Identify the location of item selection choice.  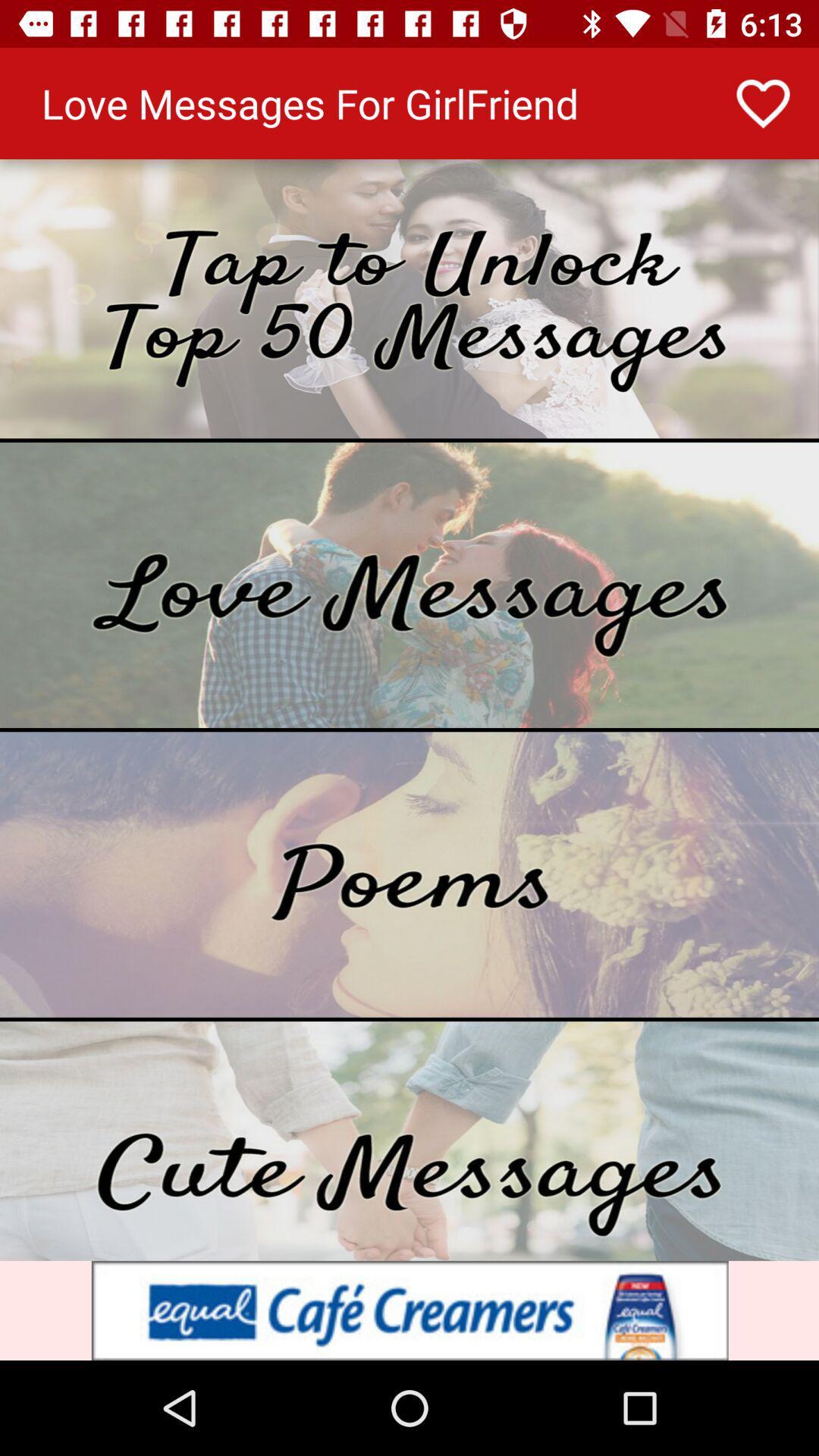
(409, 299).